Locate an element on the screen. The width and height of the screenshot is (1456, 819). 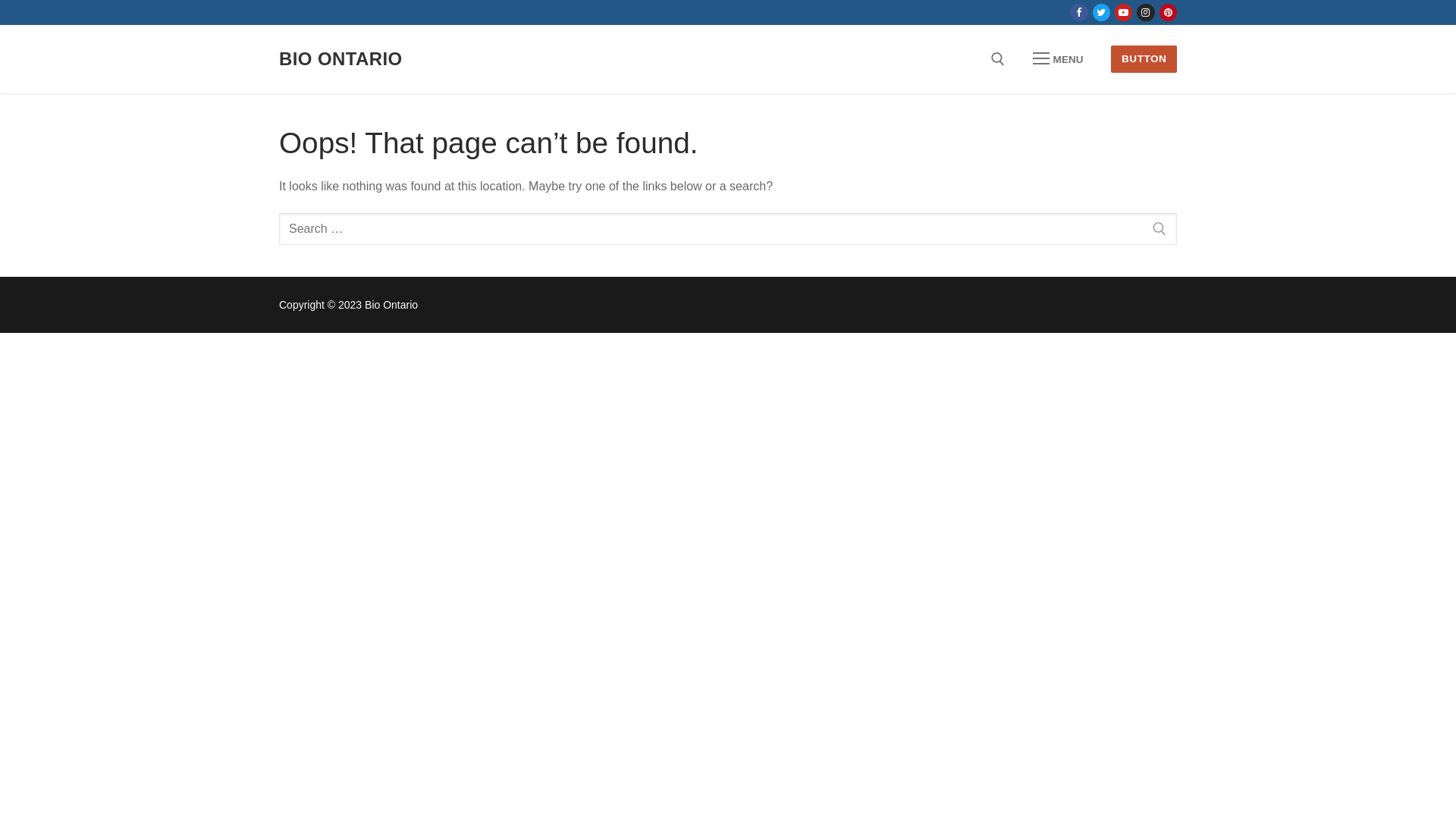
'Pinterest' is located at coordinates (1167, 12).